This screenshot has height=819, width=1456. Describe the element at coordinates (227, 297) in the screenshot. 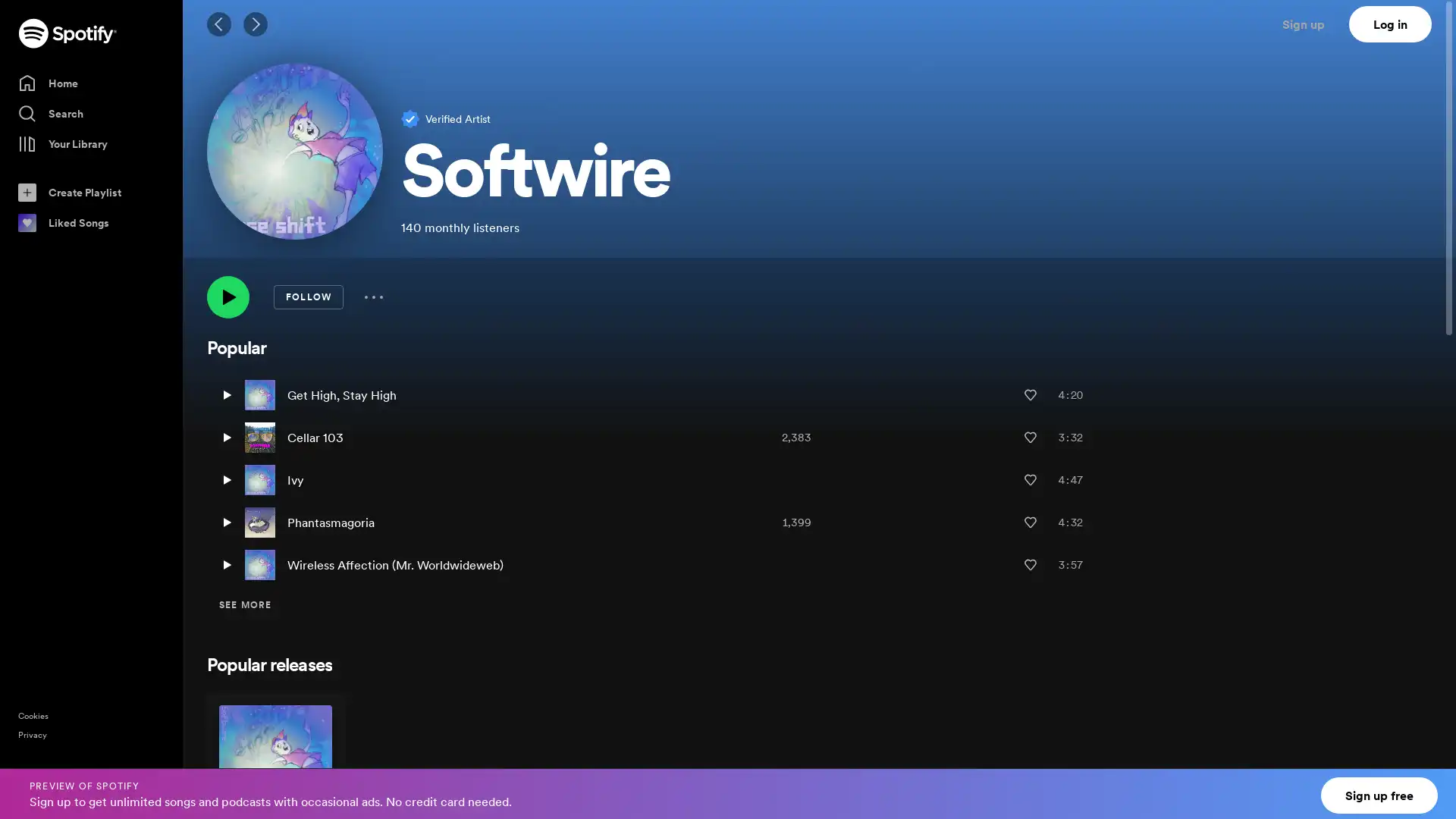

I see `Play` at that location.